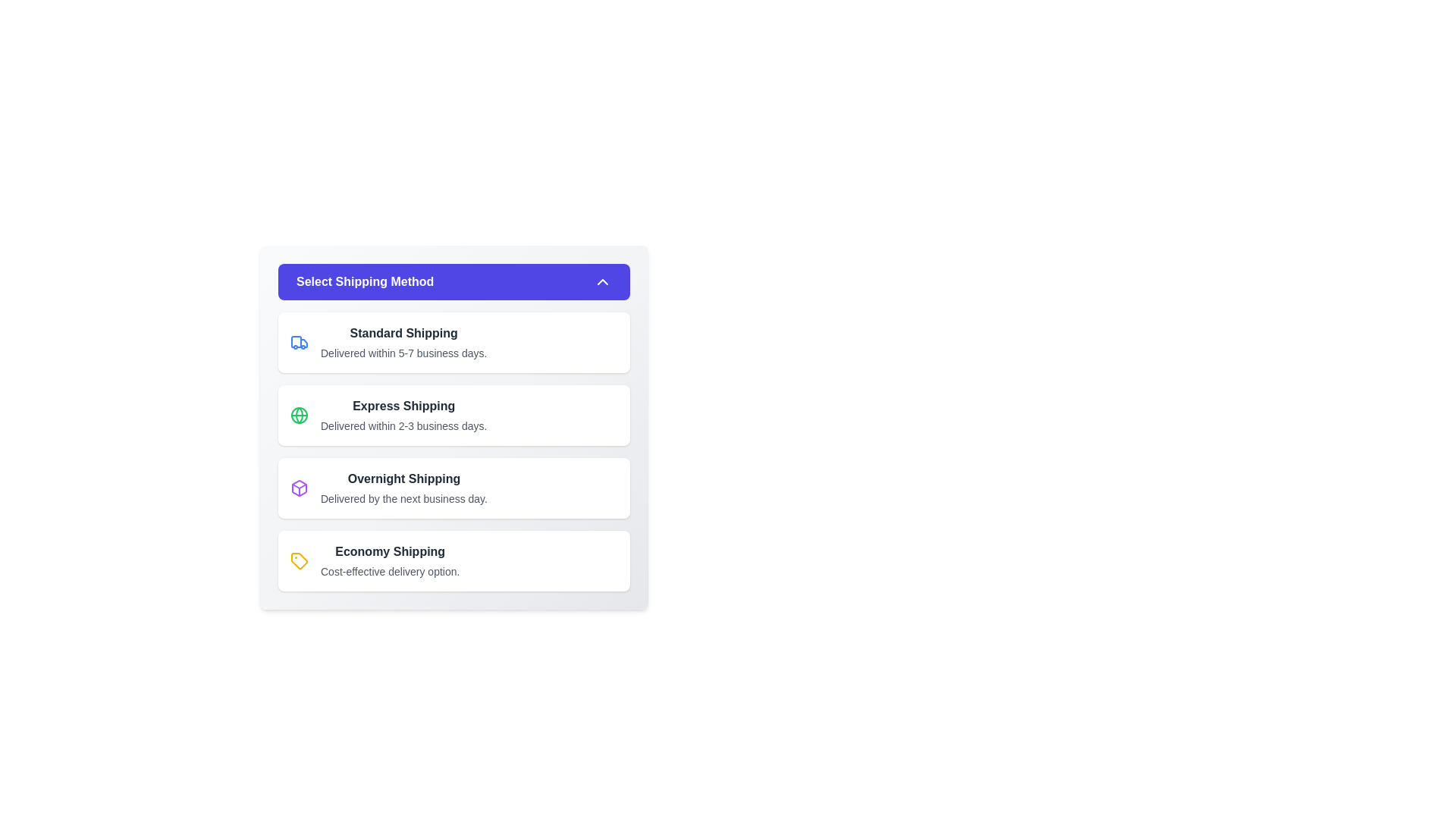  What do you see at coordinates (296, 342) in the screenshot?
I see `the visual icon representing 'Standard Shipping', located to the left of the list item, which visually indicates transportation` at bounding box center [296, 342].